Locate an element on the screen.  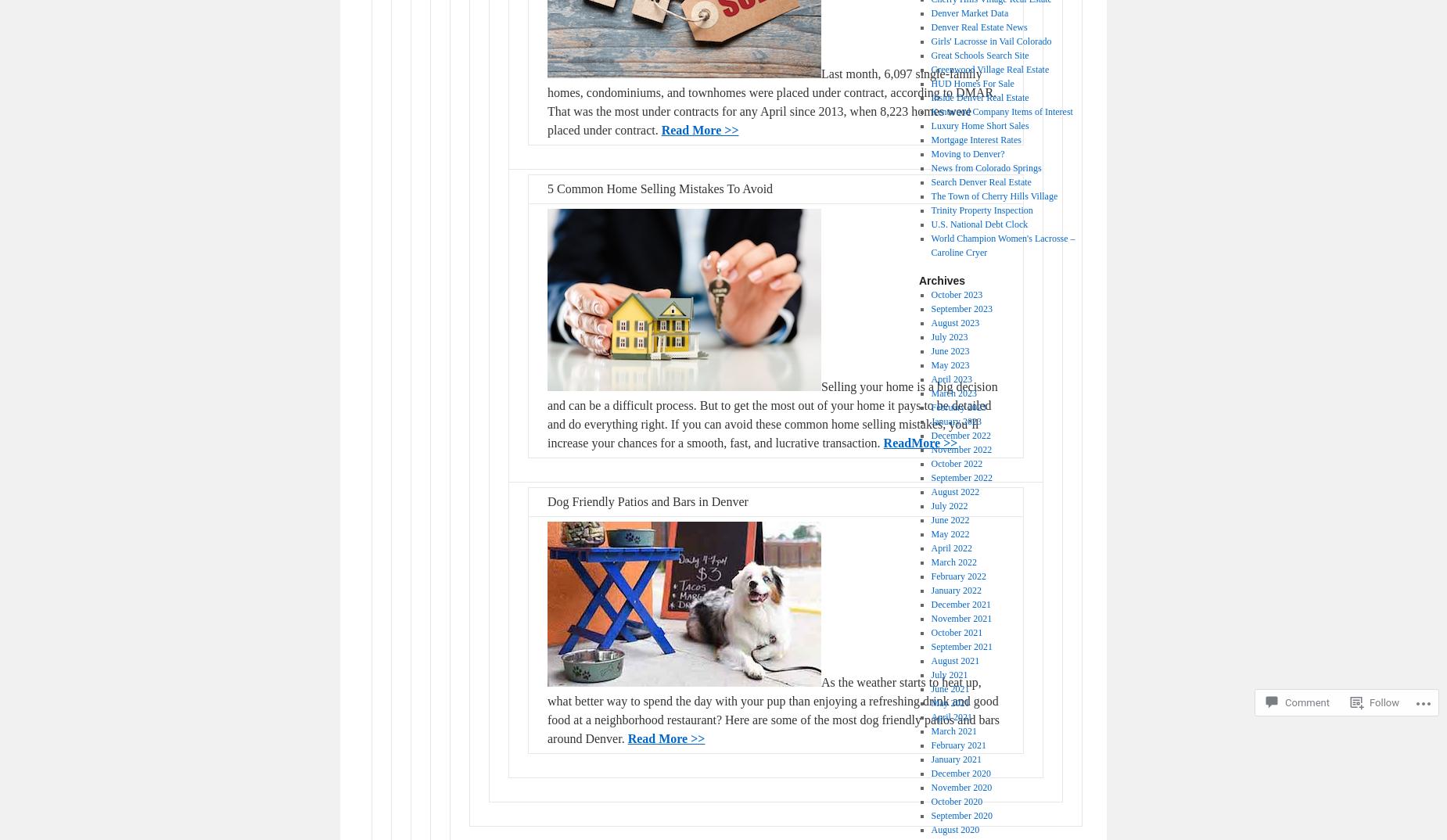
'February 2021' is located at coordinates (957, 745).